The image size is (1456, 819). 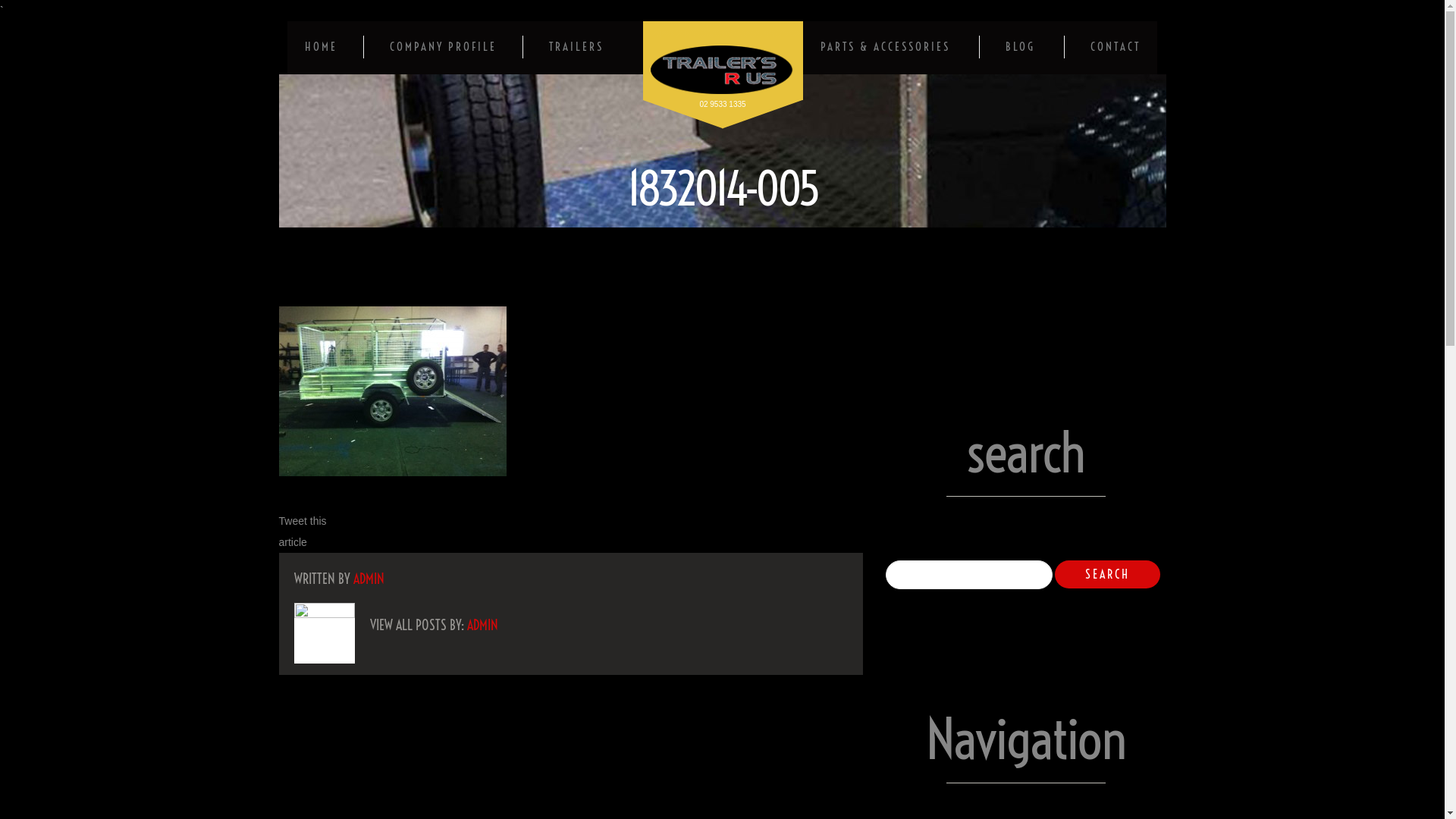 I want to click on 'BLOG', so click(x=1020, y=45).